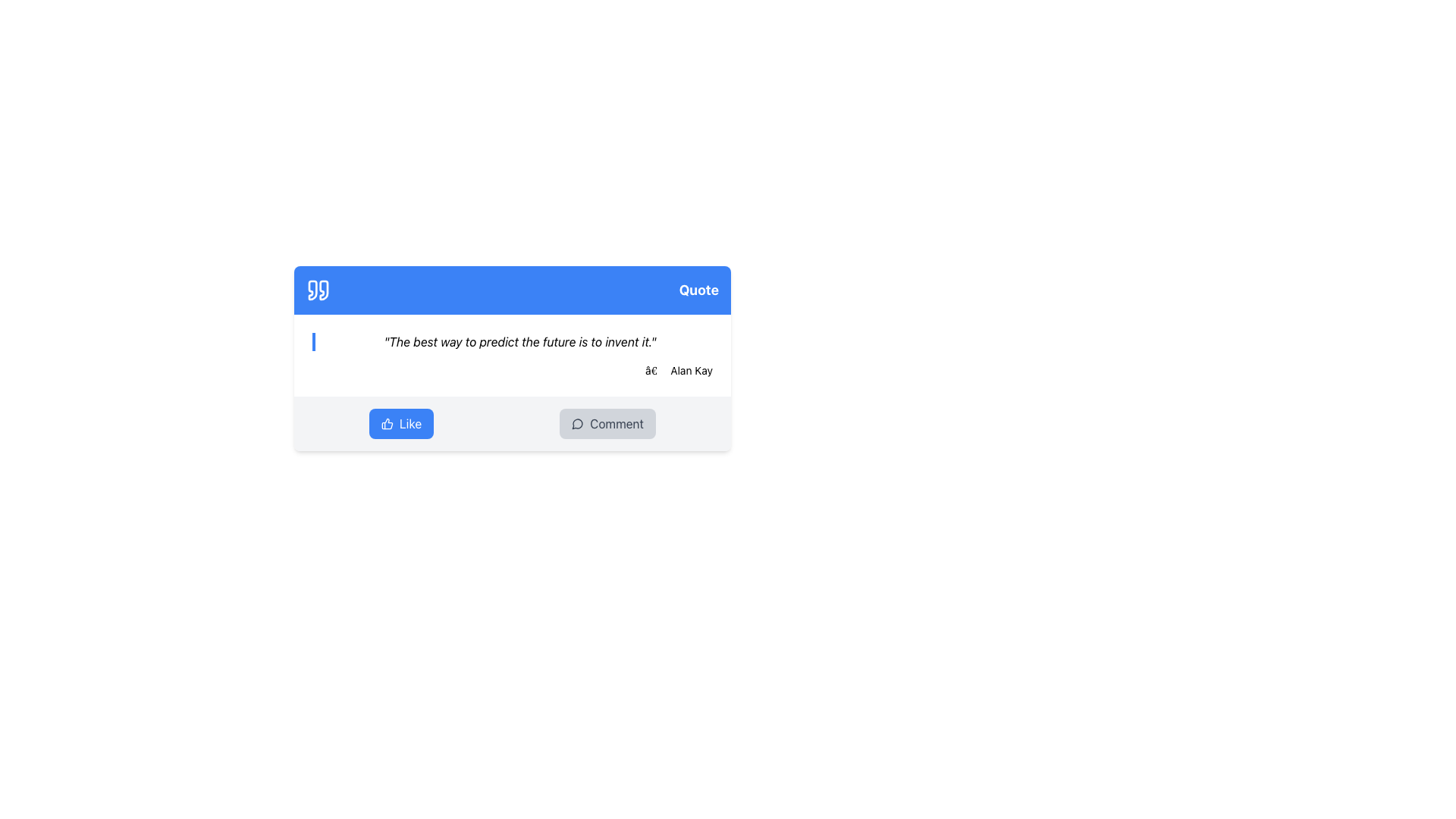 The width and height of the screenshot is (1456, 819). I want to click on the text label that indicates the 'Comment' button, which is positioned within the gray button component containing a speech bubble icon, so click(617, 424).